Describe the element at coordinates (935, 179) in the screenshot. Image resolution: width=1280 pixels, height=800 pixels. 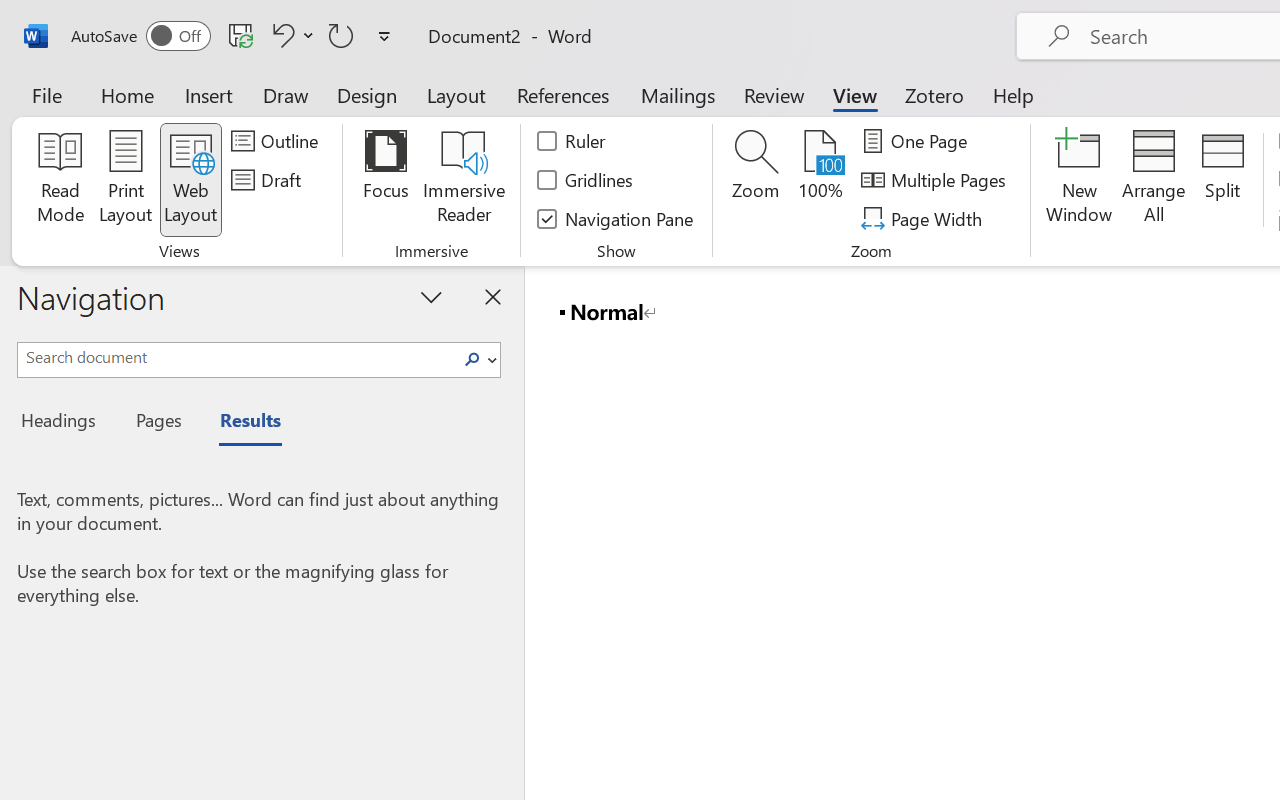
I see `'Multiple Pages'` at that location.